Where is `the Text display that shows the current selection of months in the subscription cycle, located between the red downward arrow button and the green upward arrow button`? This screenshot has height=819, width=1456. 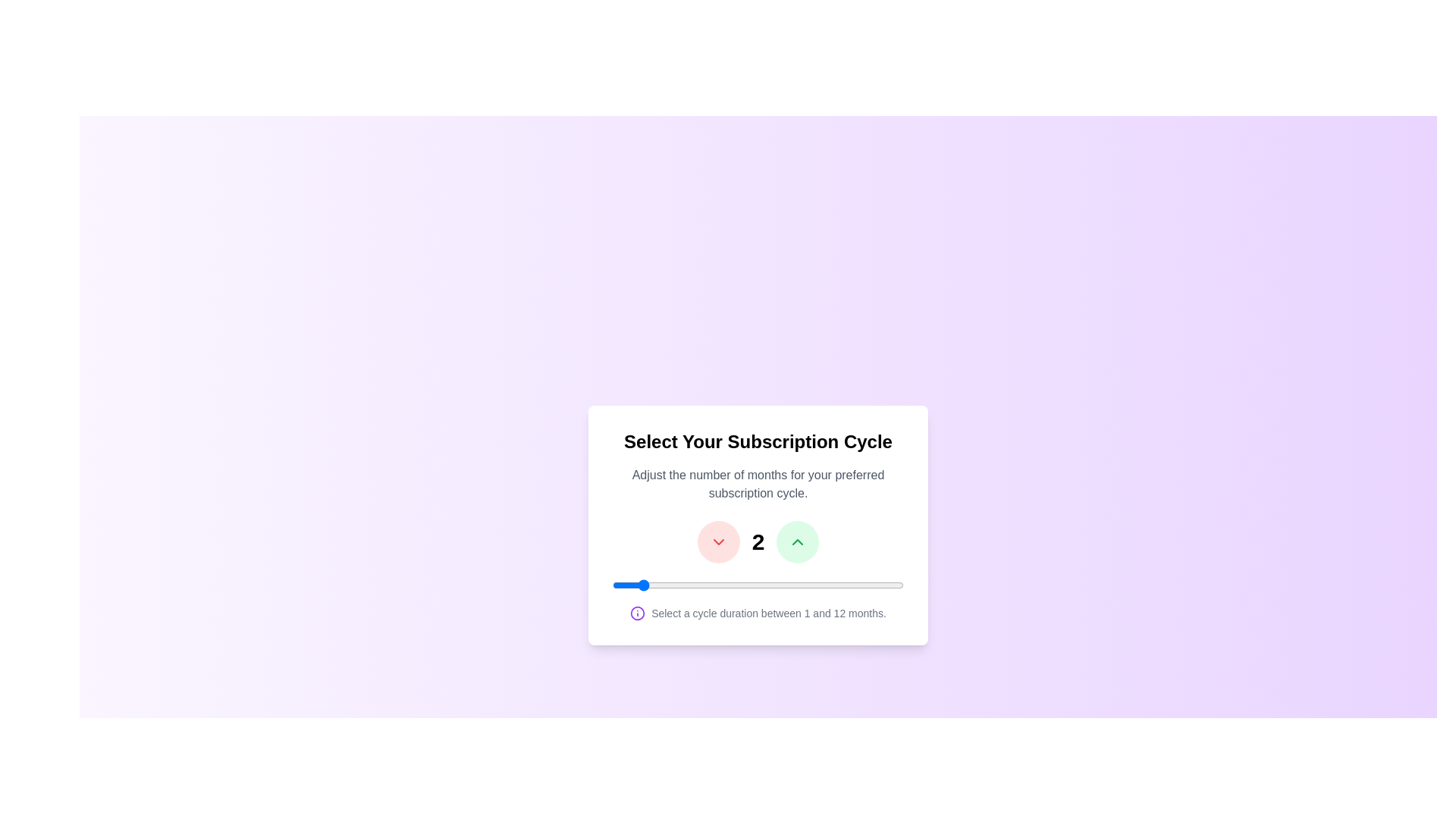 the Text display that shows the current selection of months in the subscription cycle, located between the red downward arrow button and the green upward arrow button is located at coordinates (758, 541).